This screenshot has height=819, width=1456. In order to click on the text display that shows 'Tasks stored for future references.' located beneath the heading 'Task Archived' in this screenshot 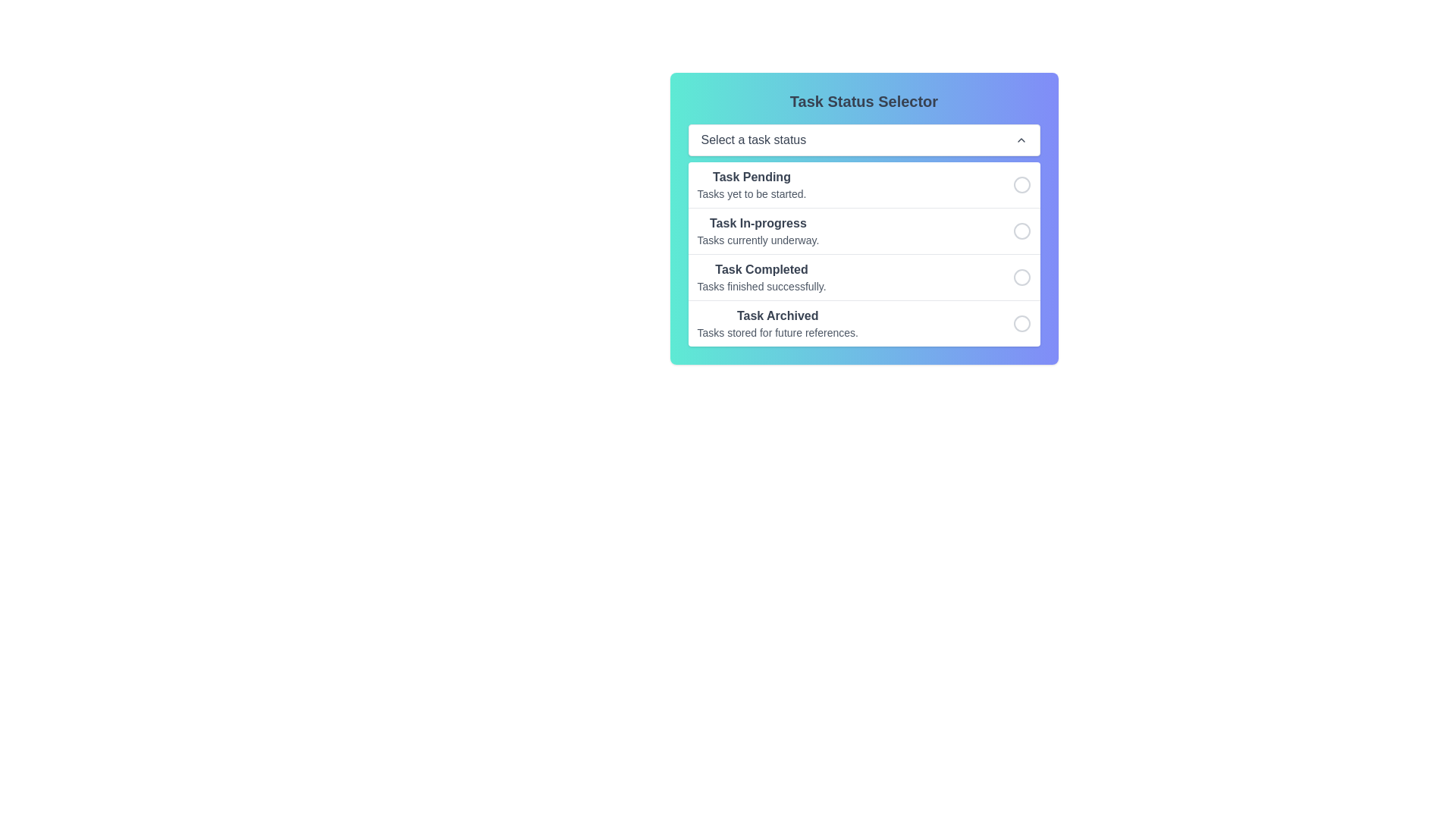, I will do `click(777, 332)`.